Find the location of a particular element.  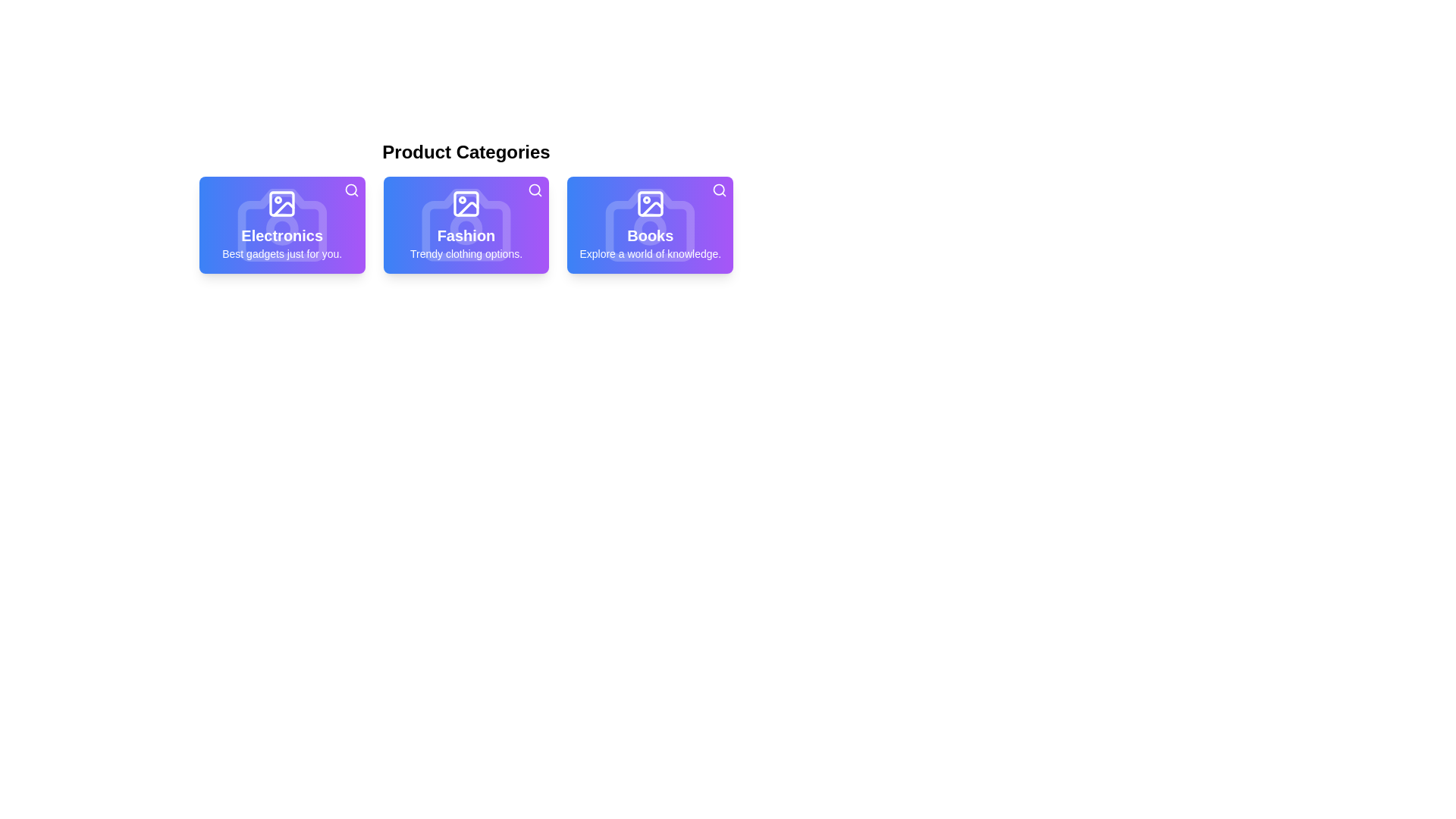

the static text element displaying 'Electronics', which is styled in white bold font on a gradient background and is located below 'Product Categories' and above 'Best gadgets just for you' is located at coordinates (282, 236).